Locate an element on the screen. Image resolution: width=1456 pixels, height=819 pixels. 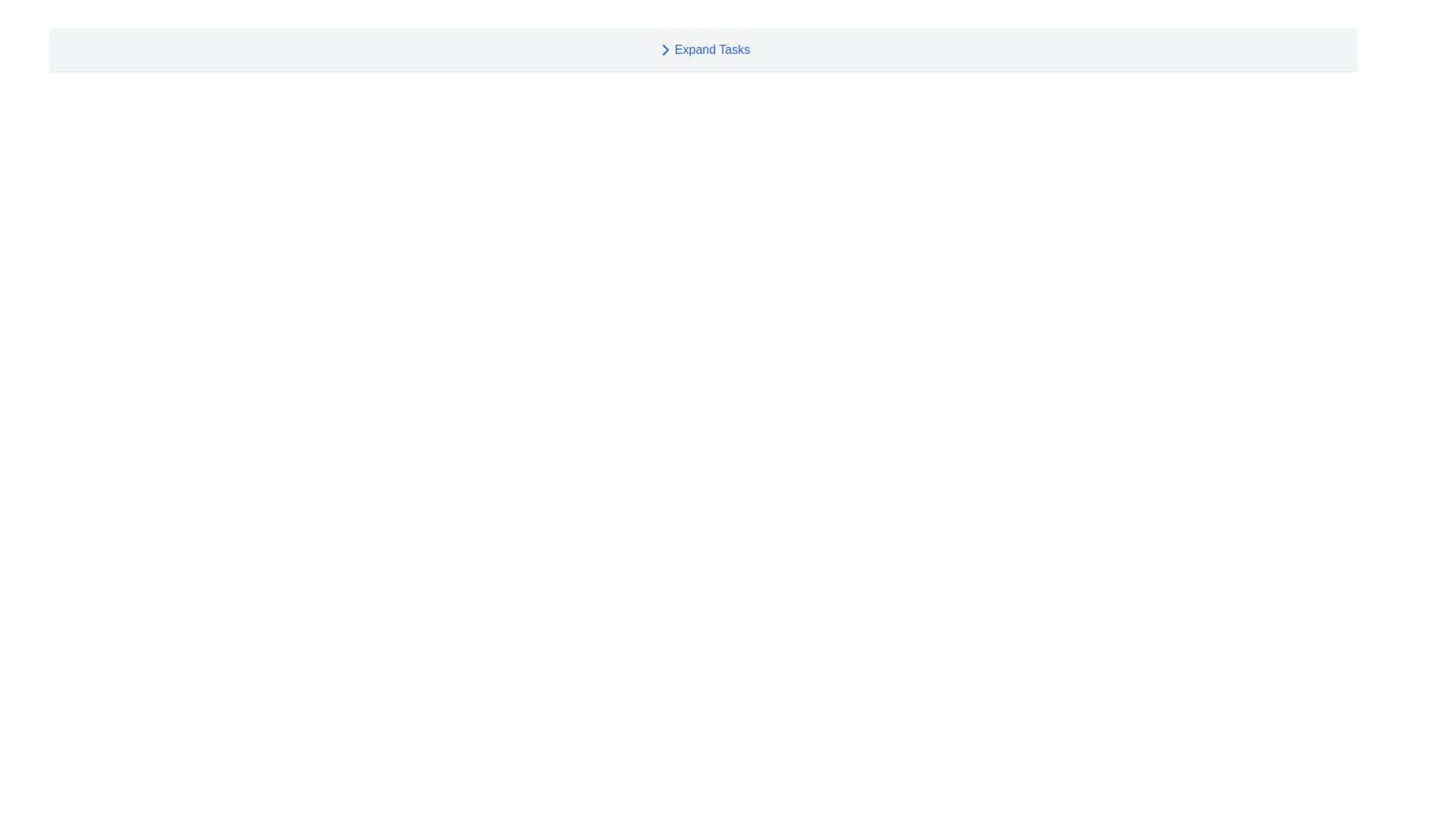
the 'Tasks' button is located at coordinates (701, 49).